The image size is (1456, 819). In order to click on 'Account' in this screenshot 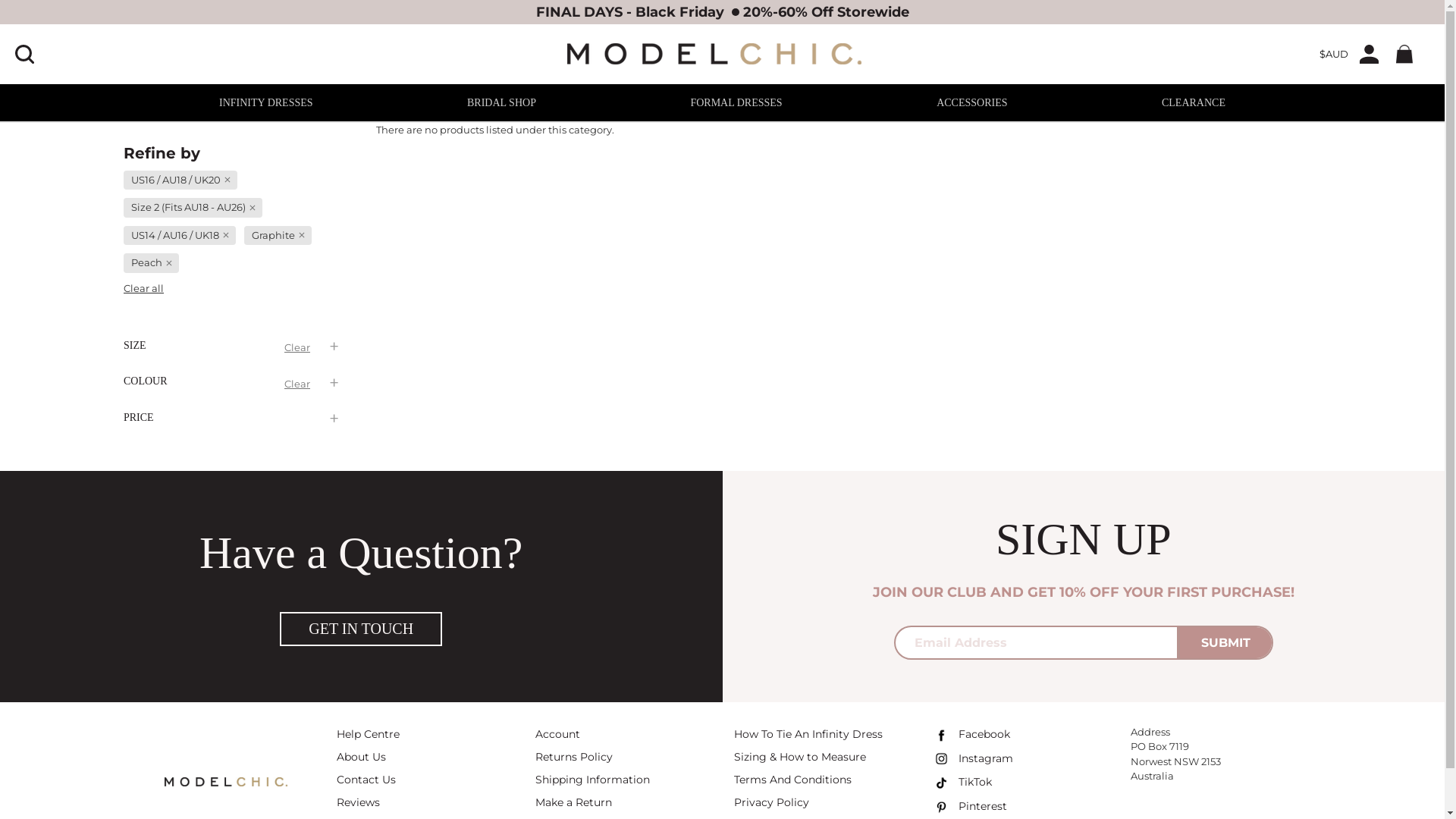, I will do `click(557, 736)`.